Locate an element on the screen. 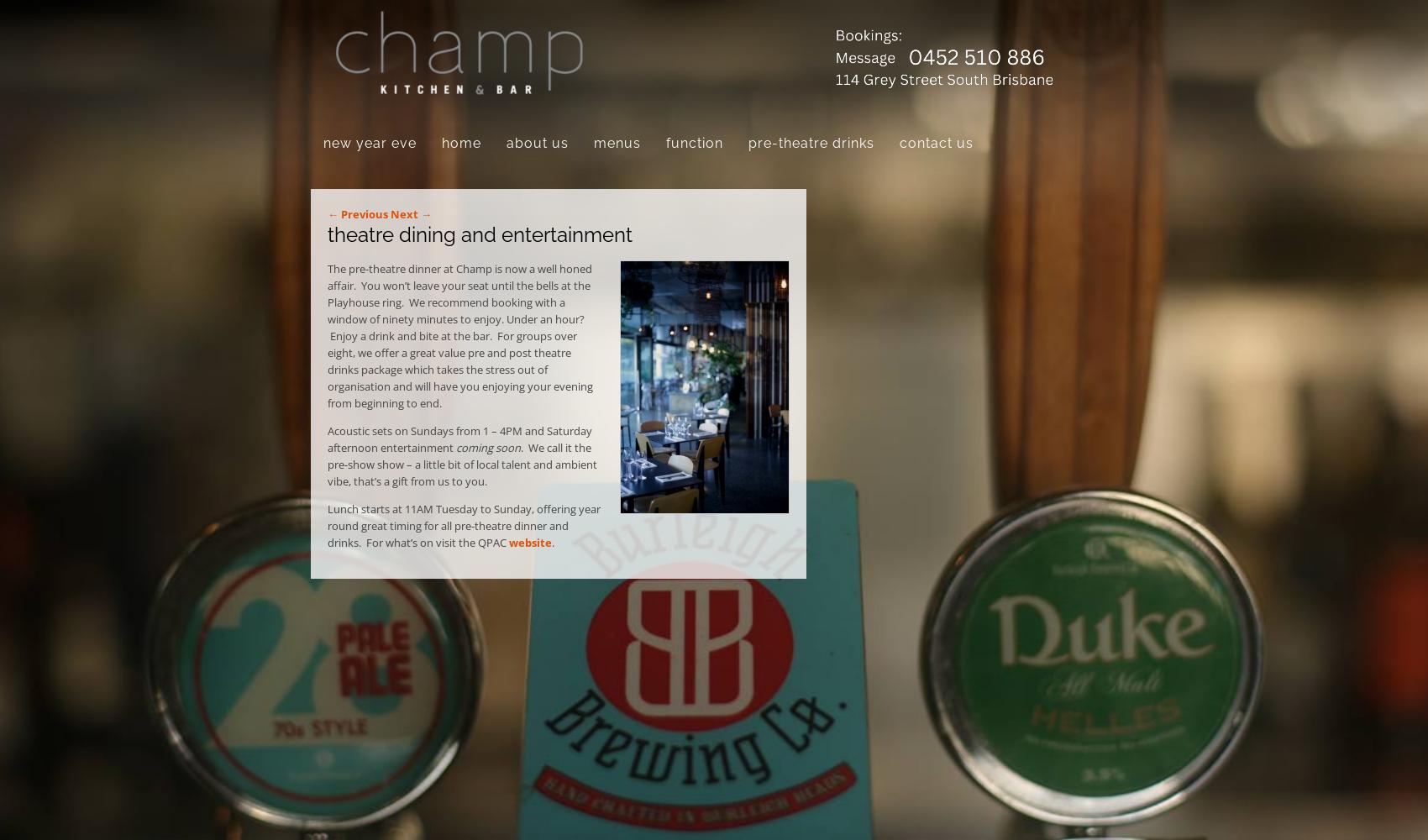 This screenshot has width=1428, height=840. 'Previous' is located at coordinates (363, 214).